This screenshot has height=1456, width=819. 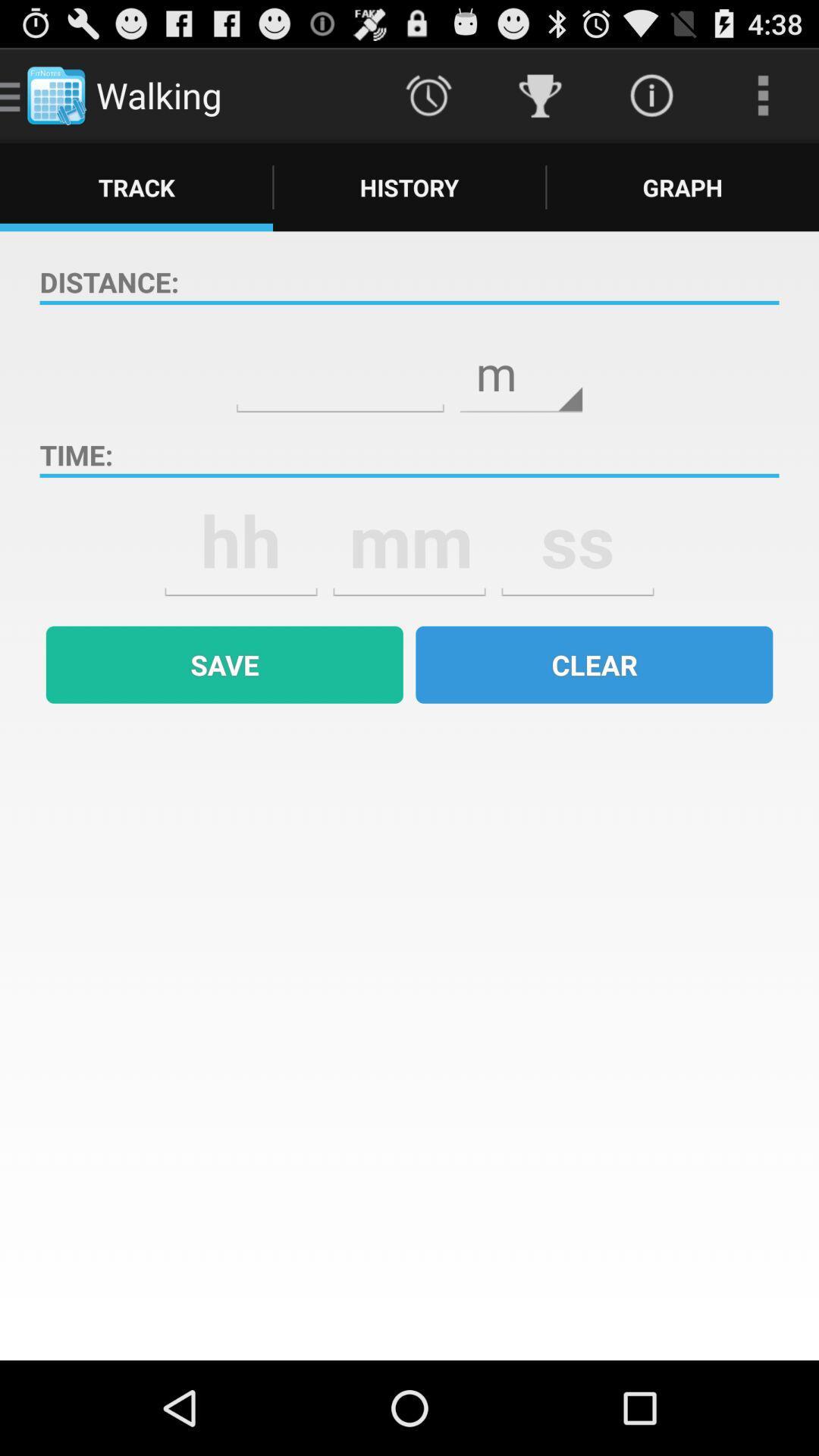 What do you see at coordinates (339, 362) in the screenshot?
I see `the number for distance` at bounding box center [339, 362].